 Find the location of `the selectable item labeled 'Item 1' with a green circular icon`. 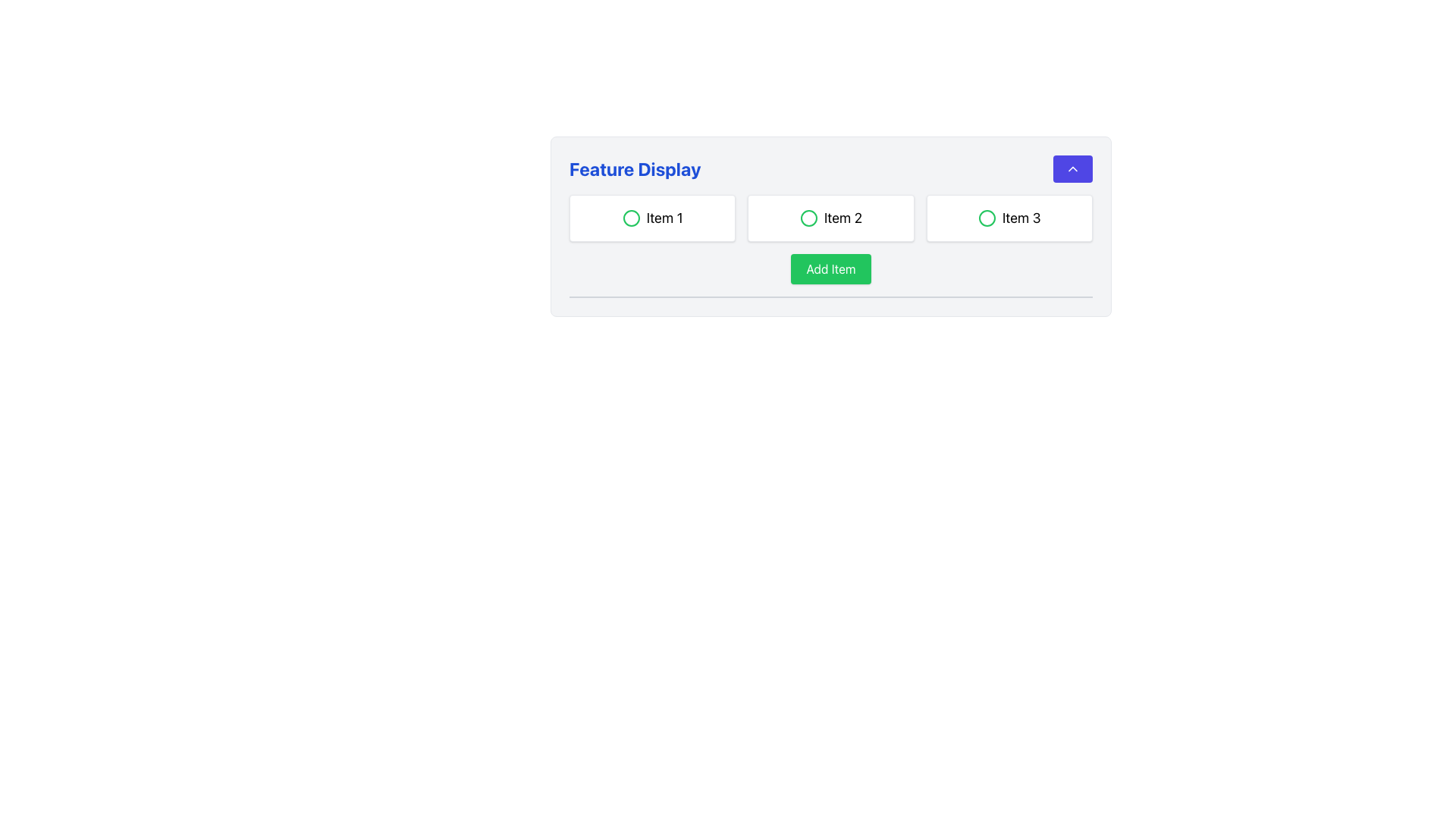

the selectable item labeled 'Item 1' with a green circular icon is located at coordinates (652, 218).